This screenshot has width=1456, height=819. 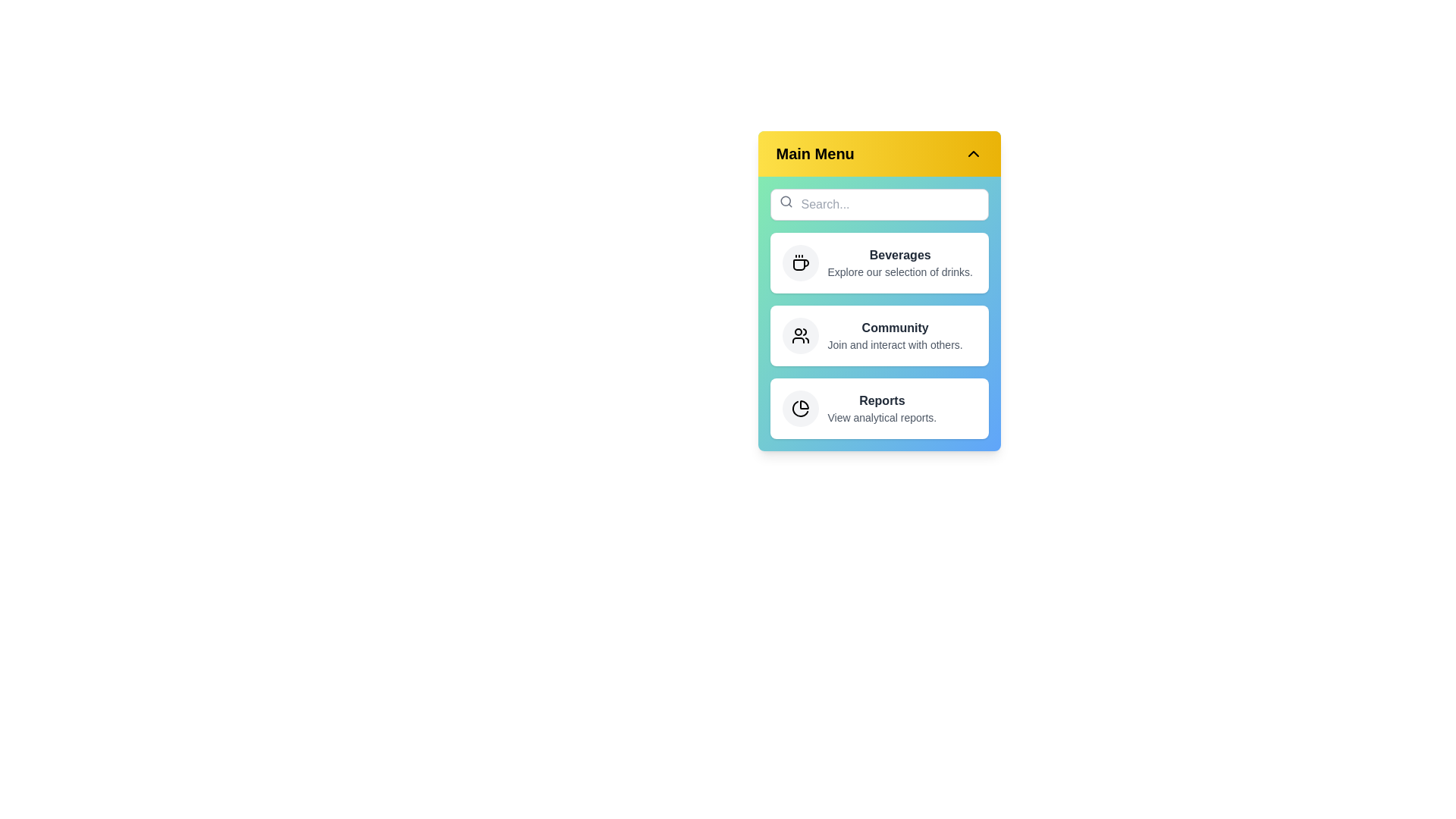 I want to click on the menu item Beverages to view its details, so click(x=879, y=262).